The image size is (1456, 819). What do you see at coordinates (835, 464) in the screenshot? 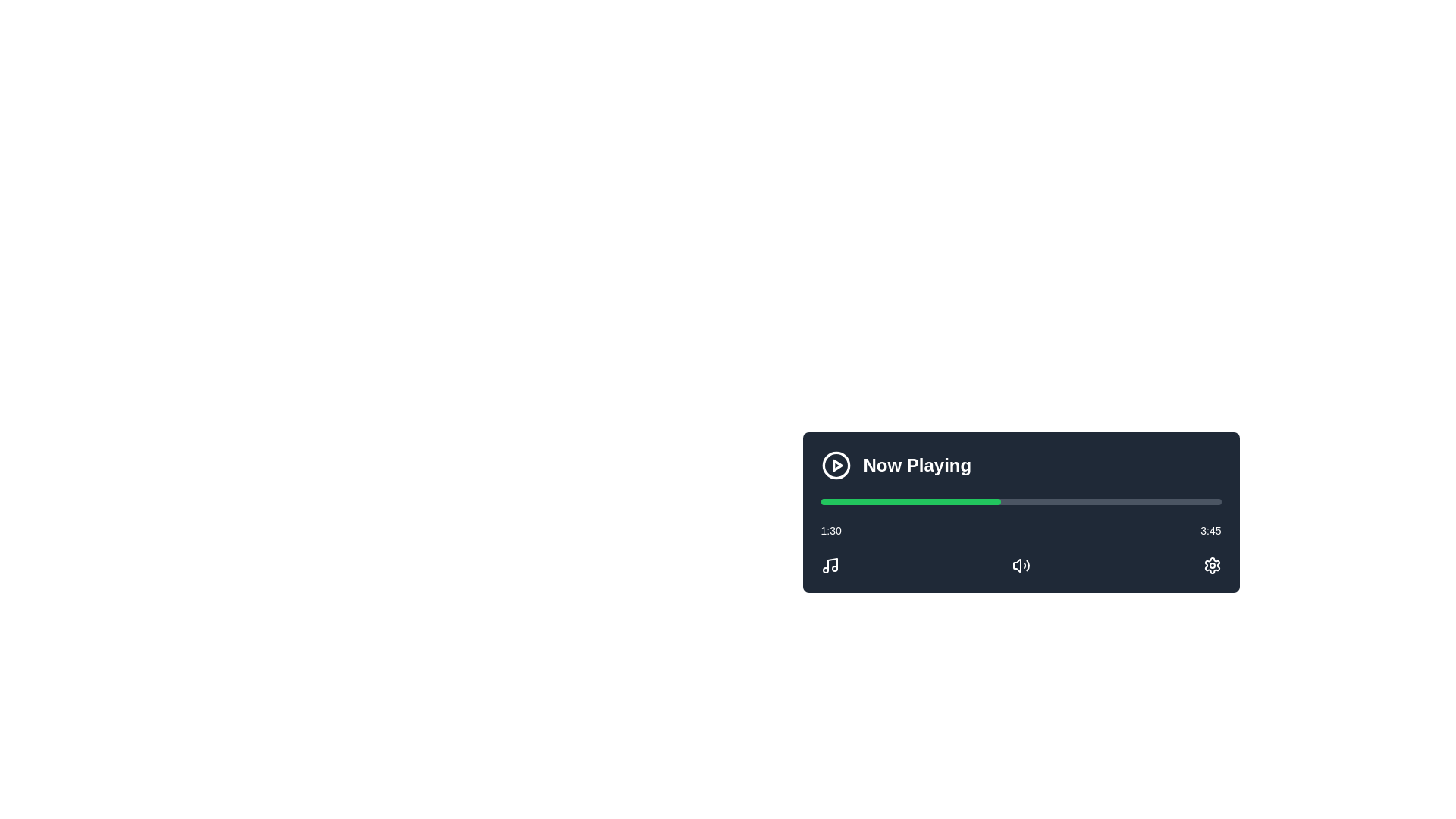
I see `the circular background of the play button located at the top-left corner of the 'Now Playing' card` at bounding box center [835, 464].